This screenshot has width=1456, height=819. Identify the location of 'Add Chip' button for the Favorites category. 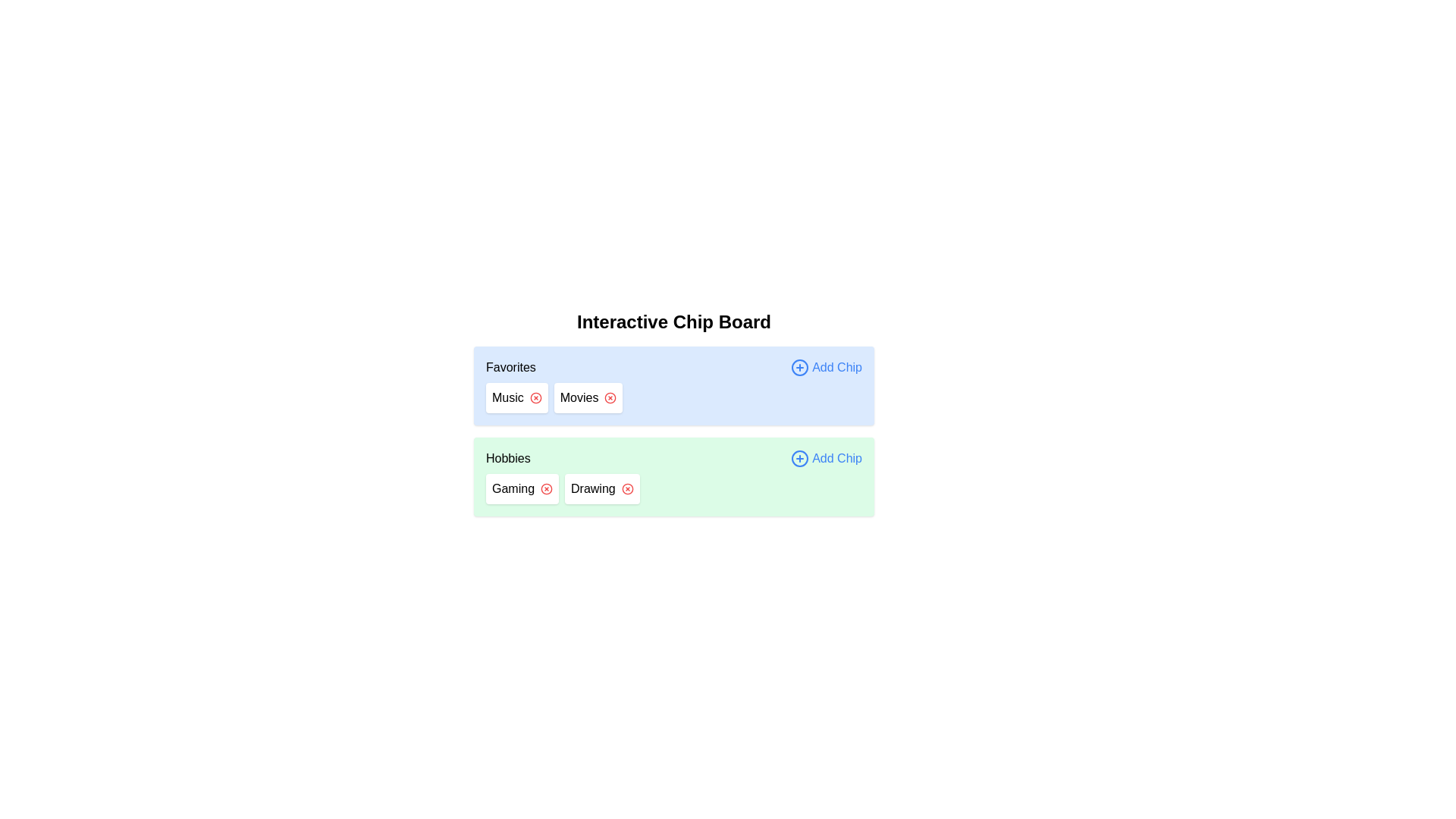
(825, 368).